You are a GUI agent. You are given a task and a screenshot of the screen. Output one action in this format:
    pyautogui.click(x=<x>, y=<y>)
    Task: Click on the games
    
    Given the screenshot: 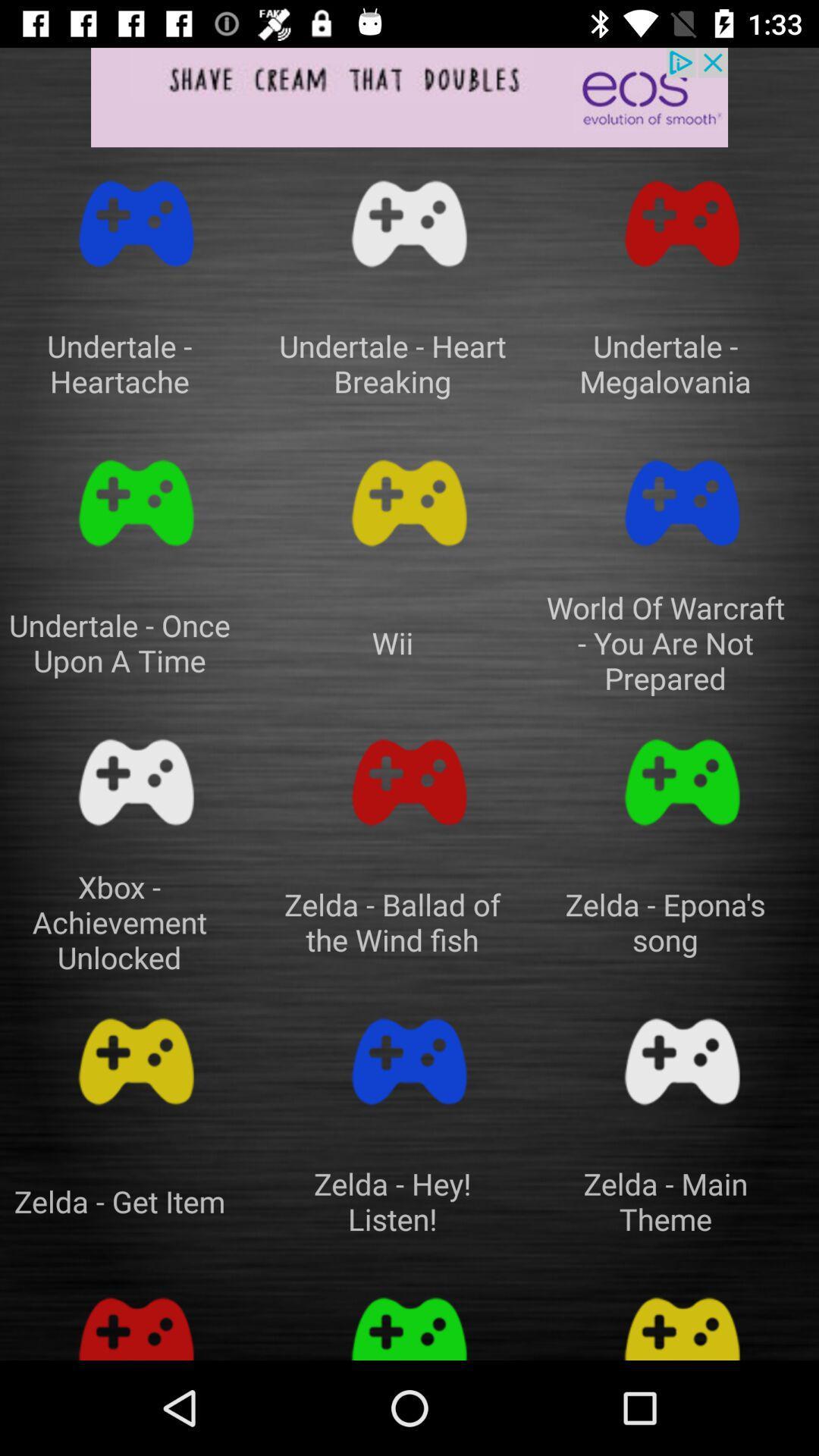 What is the action you would take?
    pyautogui.click(x=136, y=1319)
    